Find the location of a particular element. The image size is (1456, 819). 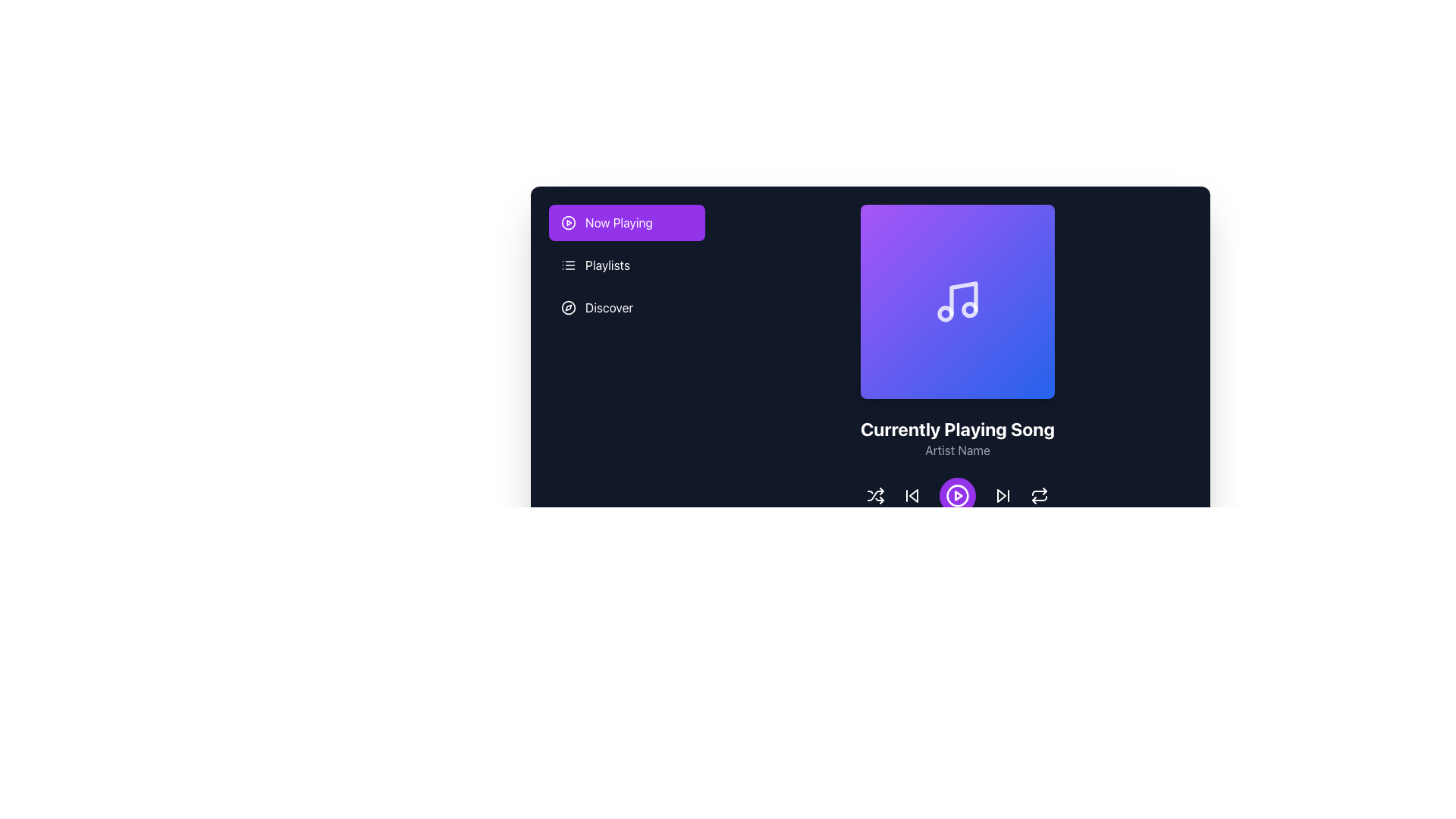

the third circular icon located within the broader musical note icon, which is styled with a circular design and situated inside a square graphic area with a gradient blue background is located at coordinates (968, 309).